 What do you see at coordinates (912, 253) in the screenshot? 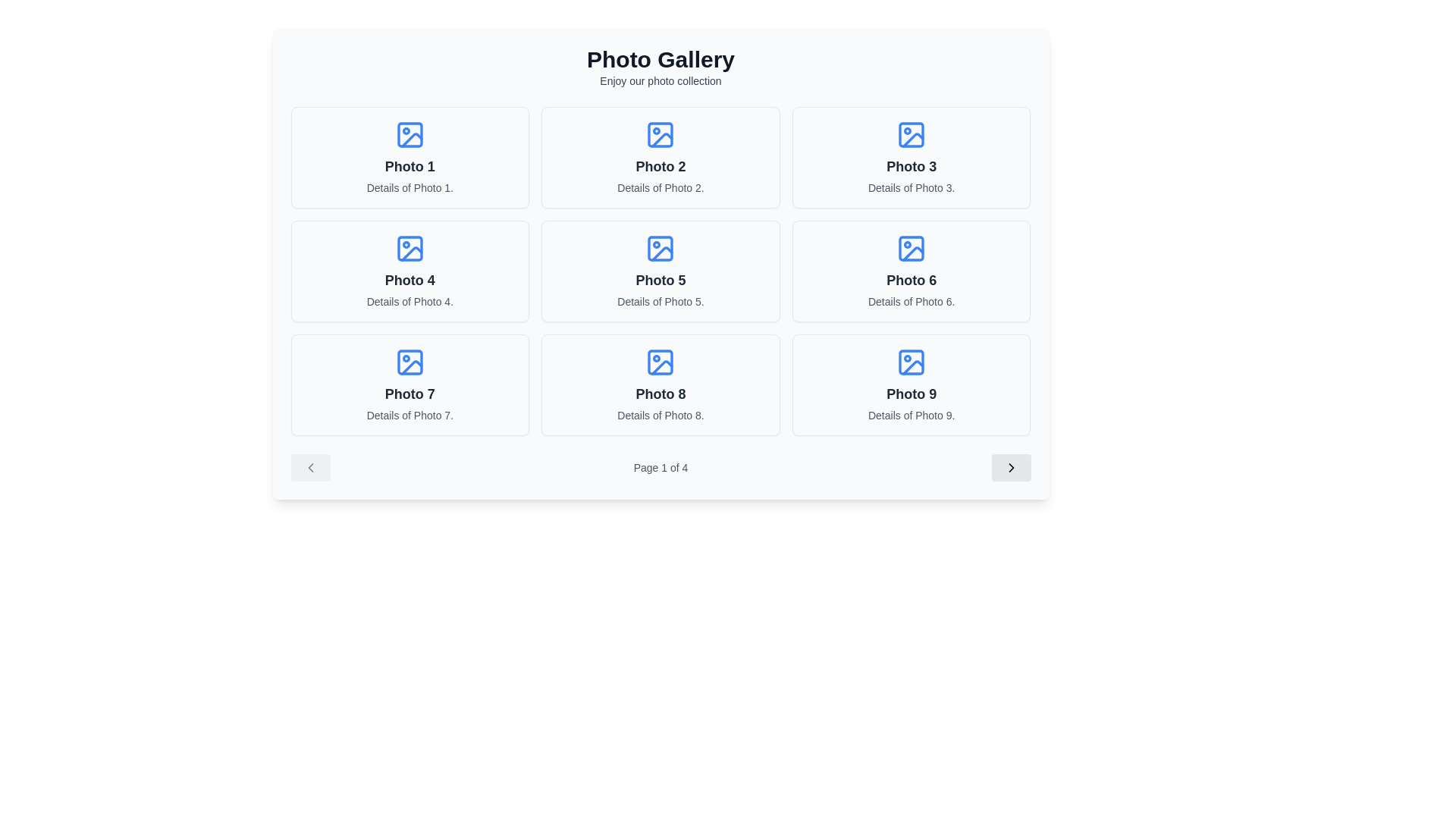
I see `the vector graphic element representing the image placeholder located in the second row, third column of the 3x3 grid layout for Photo 6` at bounding box center [912, 253].